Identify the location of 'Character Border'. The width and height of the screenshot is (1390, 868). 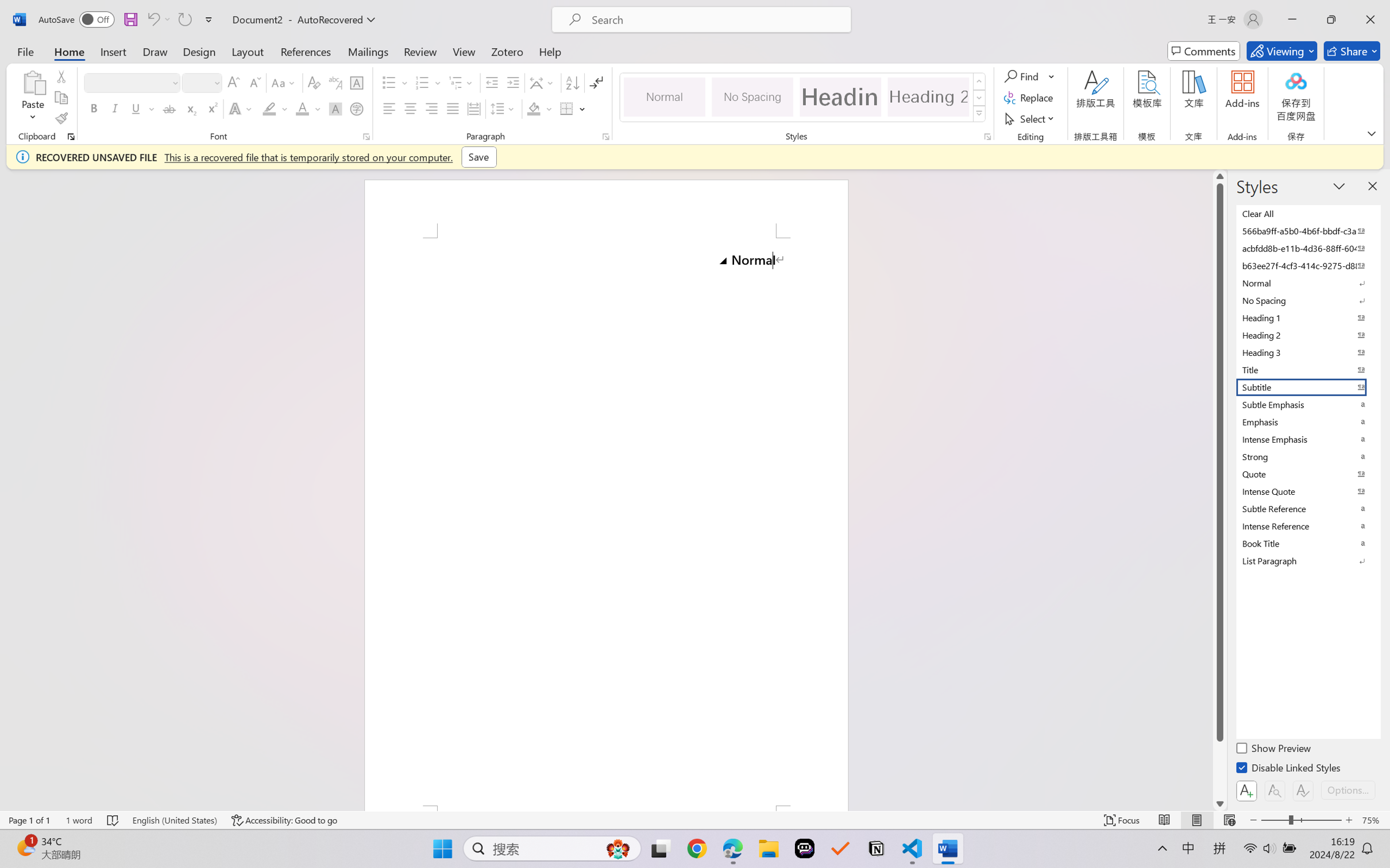
(357, 83).